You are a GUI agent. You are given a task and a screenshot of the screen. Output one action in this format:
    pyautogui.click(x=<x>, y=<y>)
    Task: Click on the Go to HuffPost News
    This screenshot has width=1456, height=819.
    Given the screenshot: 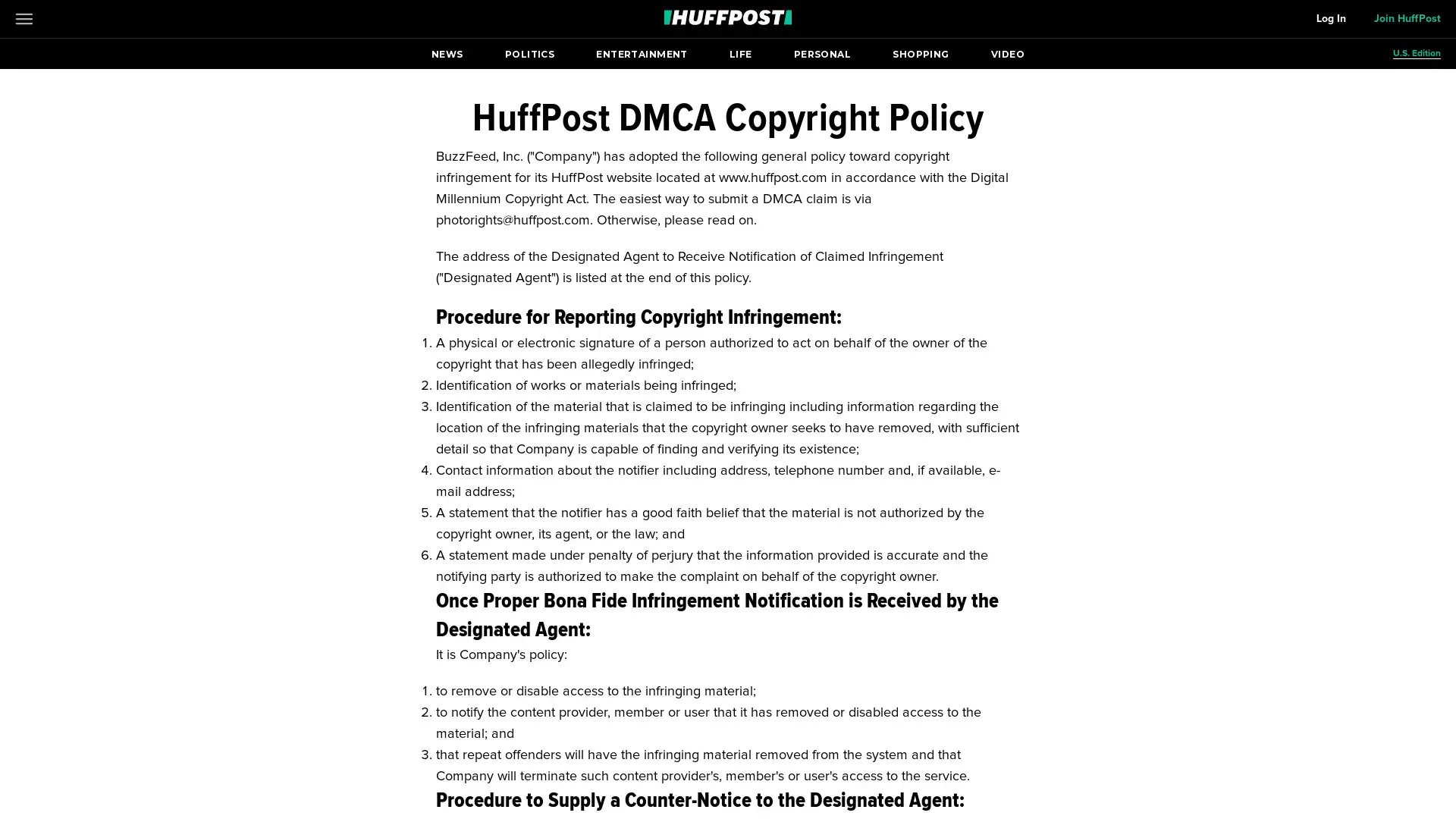 What is the action you would take?
    pyautogui.click(x=728, y=18)
    